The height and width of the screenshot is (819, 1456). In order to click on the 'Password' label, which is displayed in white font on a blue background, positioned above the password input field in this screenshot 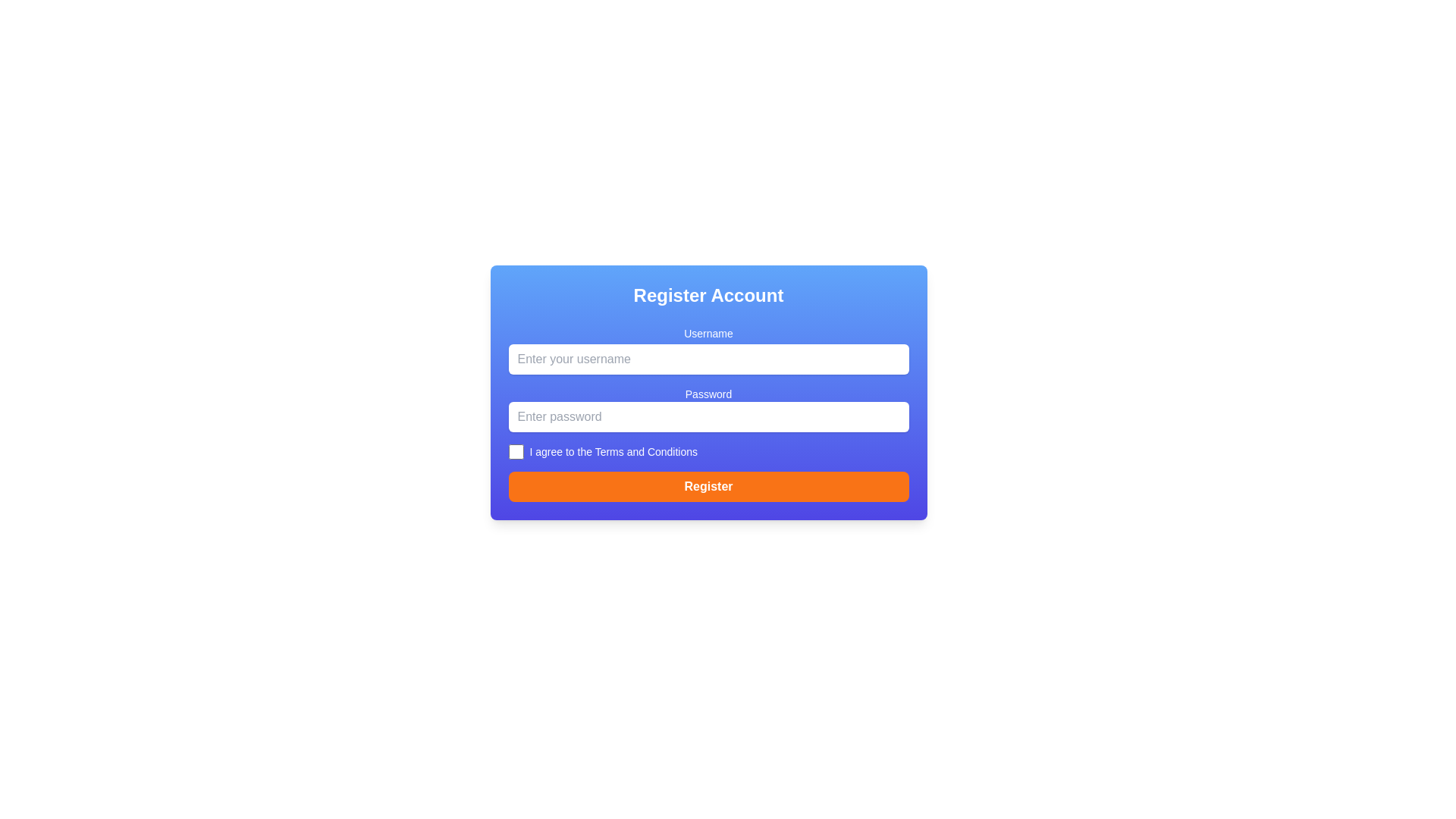, I will do `click(708, 394)`.